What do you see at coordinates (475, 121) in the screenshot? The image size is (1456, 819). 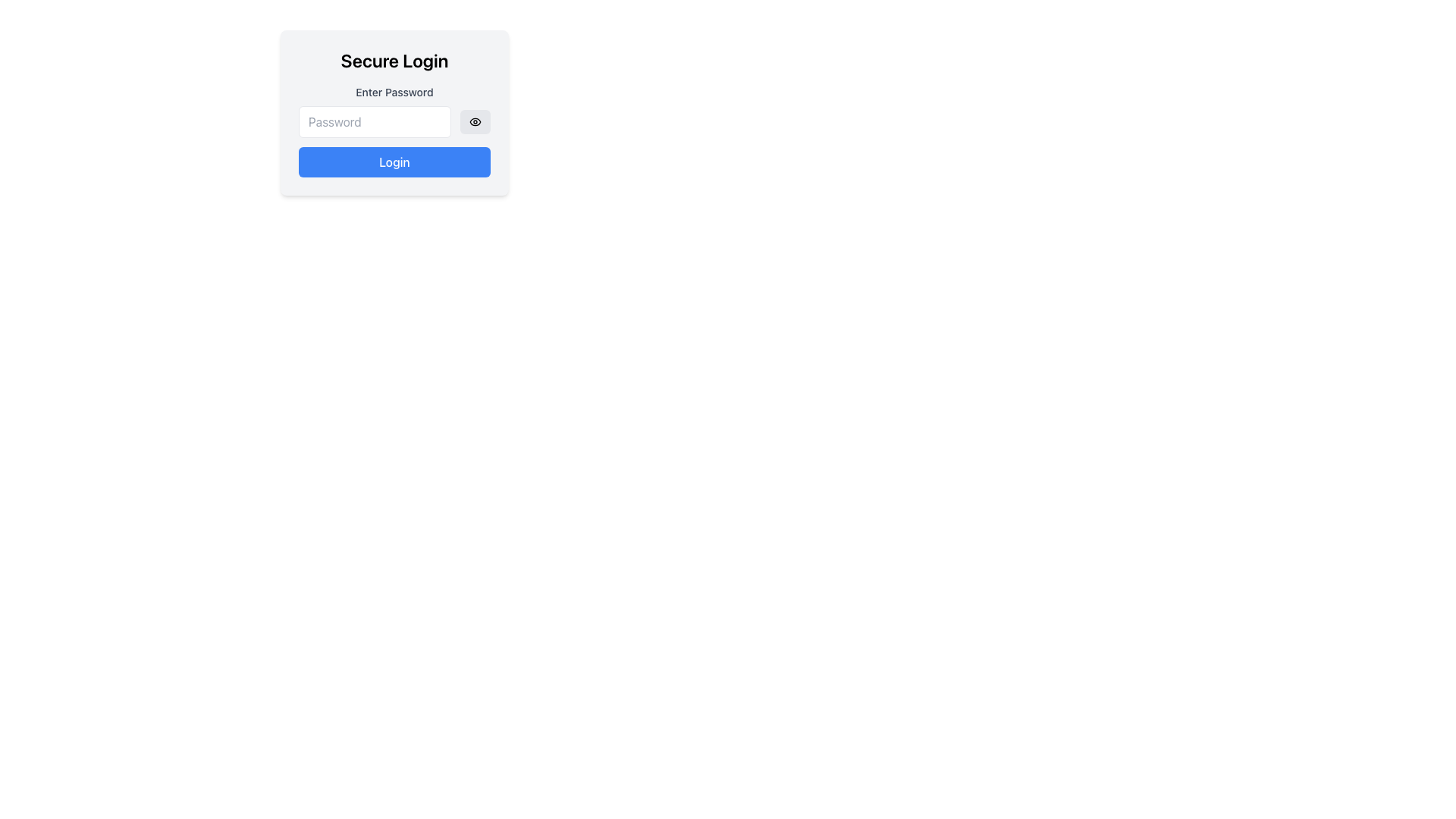 I see `the toggle button located directly to the right of the password input field` at bounding box center [475, 121].